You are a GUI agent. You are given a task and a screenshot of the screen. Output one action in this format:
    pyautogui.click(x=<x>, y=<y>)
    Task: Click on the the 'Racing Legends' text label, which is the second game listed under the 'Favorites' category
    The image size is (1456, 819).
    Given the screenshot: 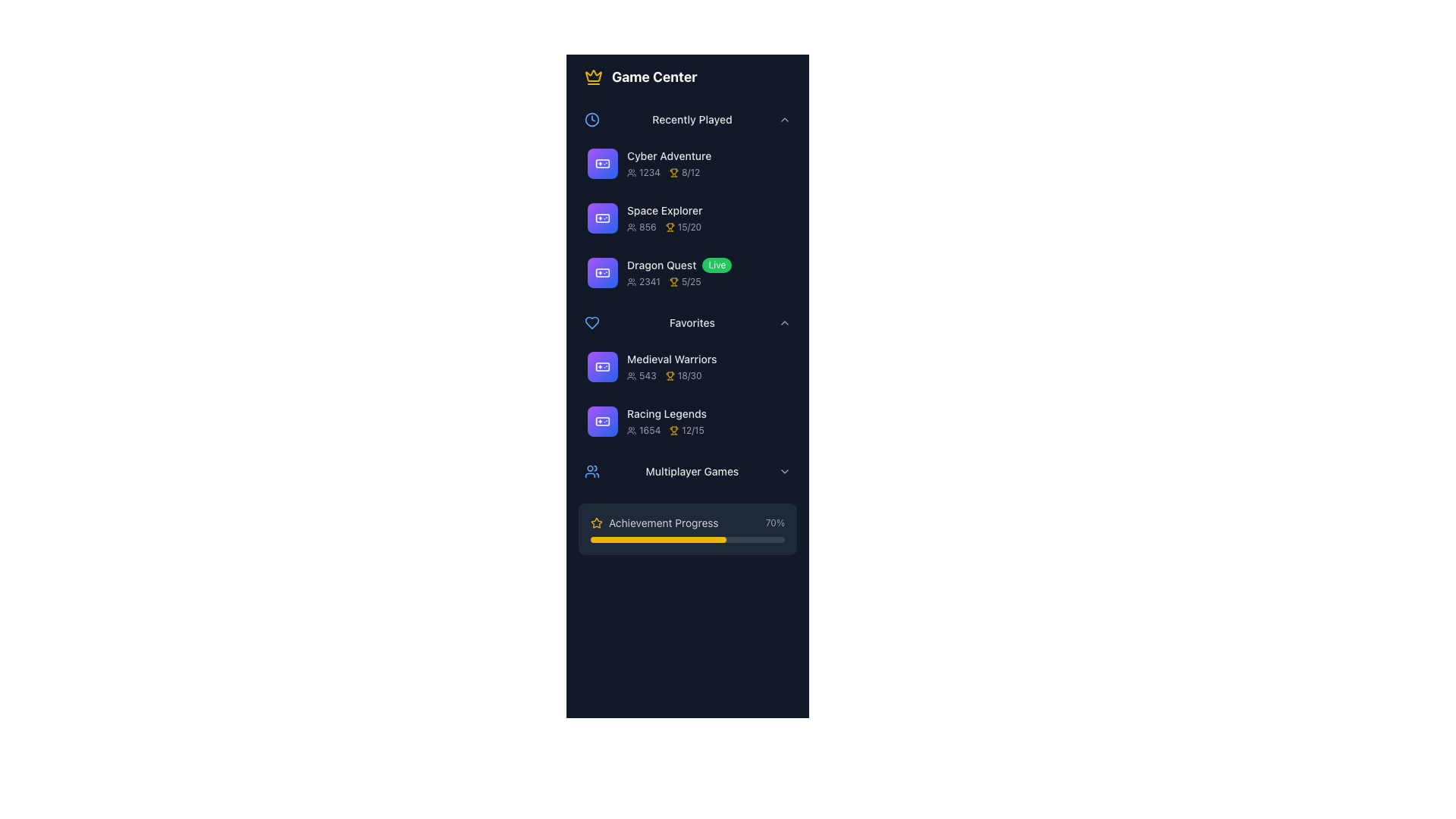 What is the action you would take?
    pyautogui.click(x=667, y=414)
    